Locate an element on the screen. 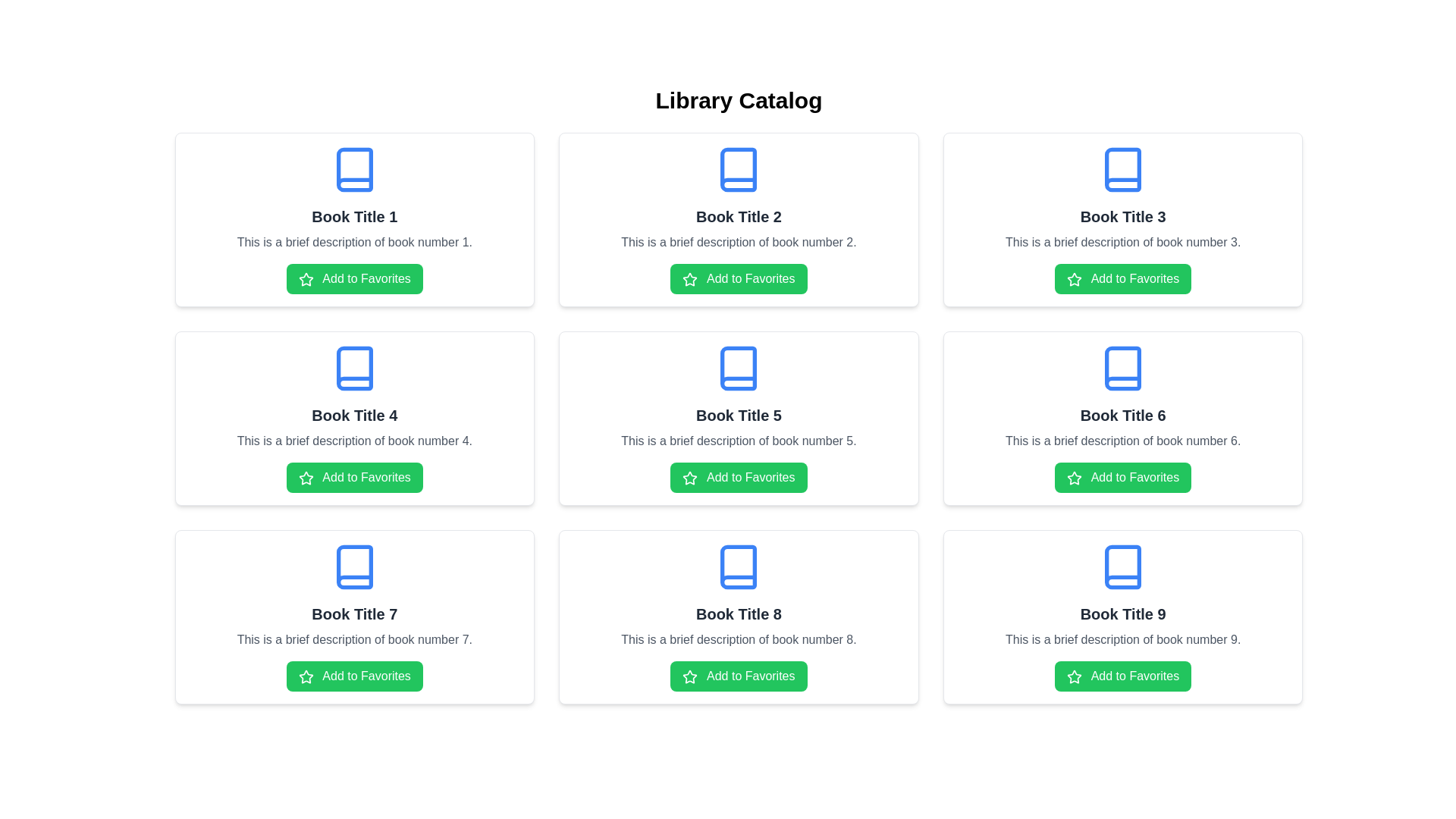 This screenshot has height=819, width=1456. the bold text label displaying 'Book Title 3' which is centrally located in the third card of the top row, positioned above the description text is located at coordinates (1123, 216).